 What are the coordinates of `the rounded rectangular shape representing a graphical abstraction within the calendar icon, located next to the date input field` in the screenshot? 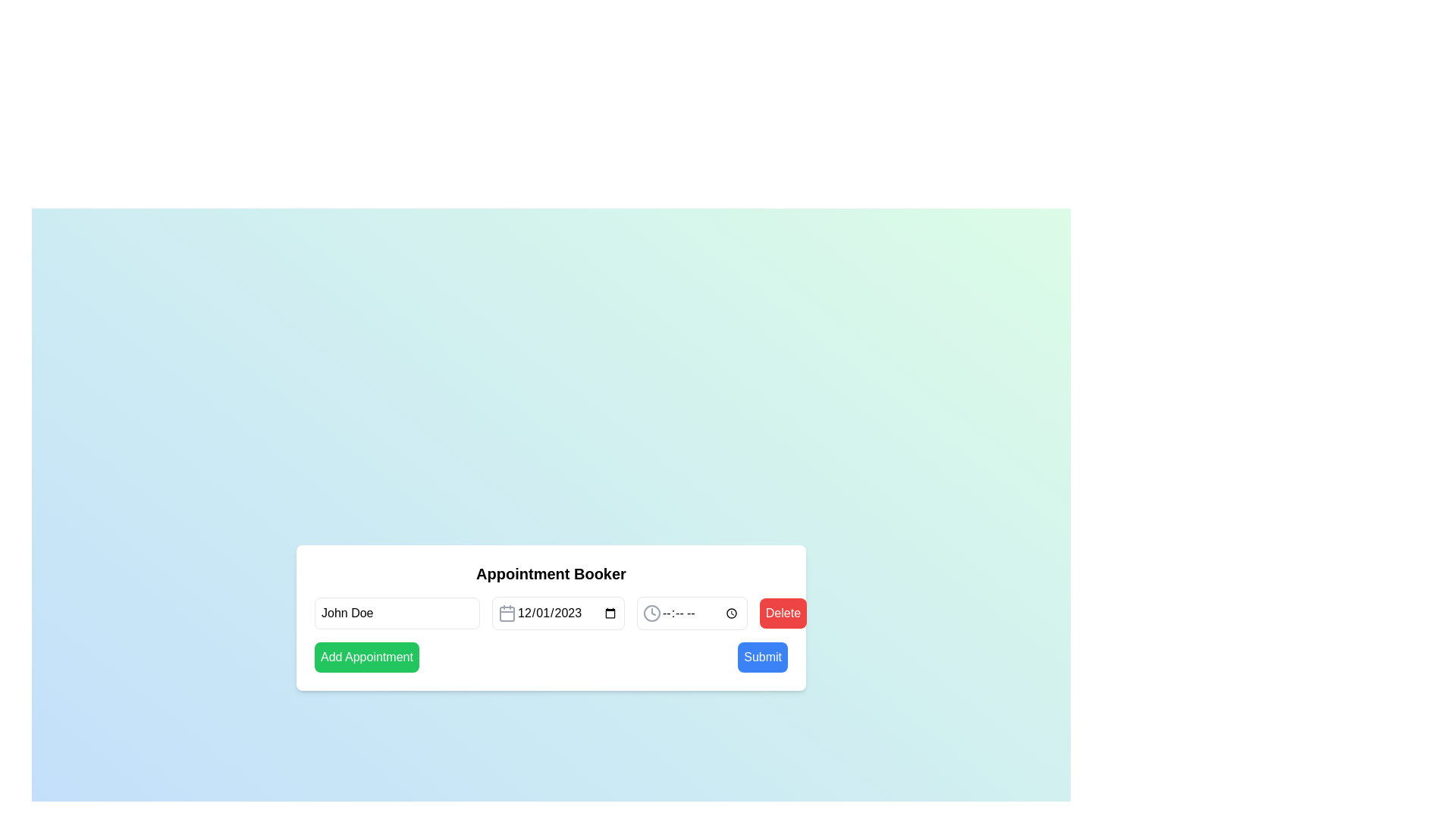 It's located at (507, 614).